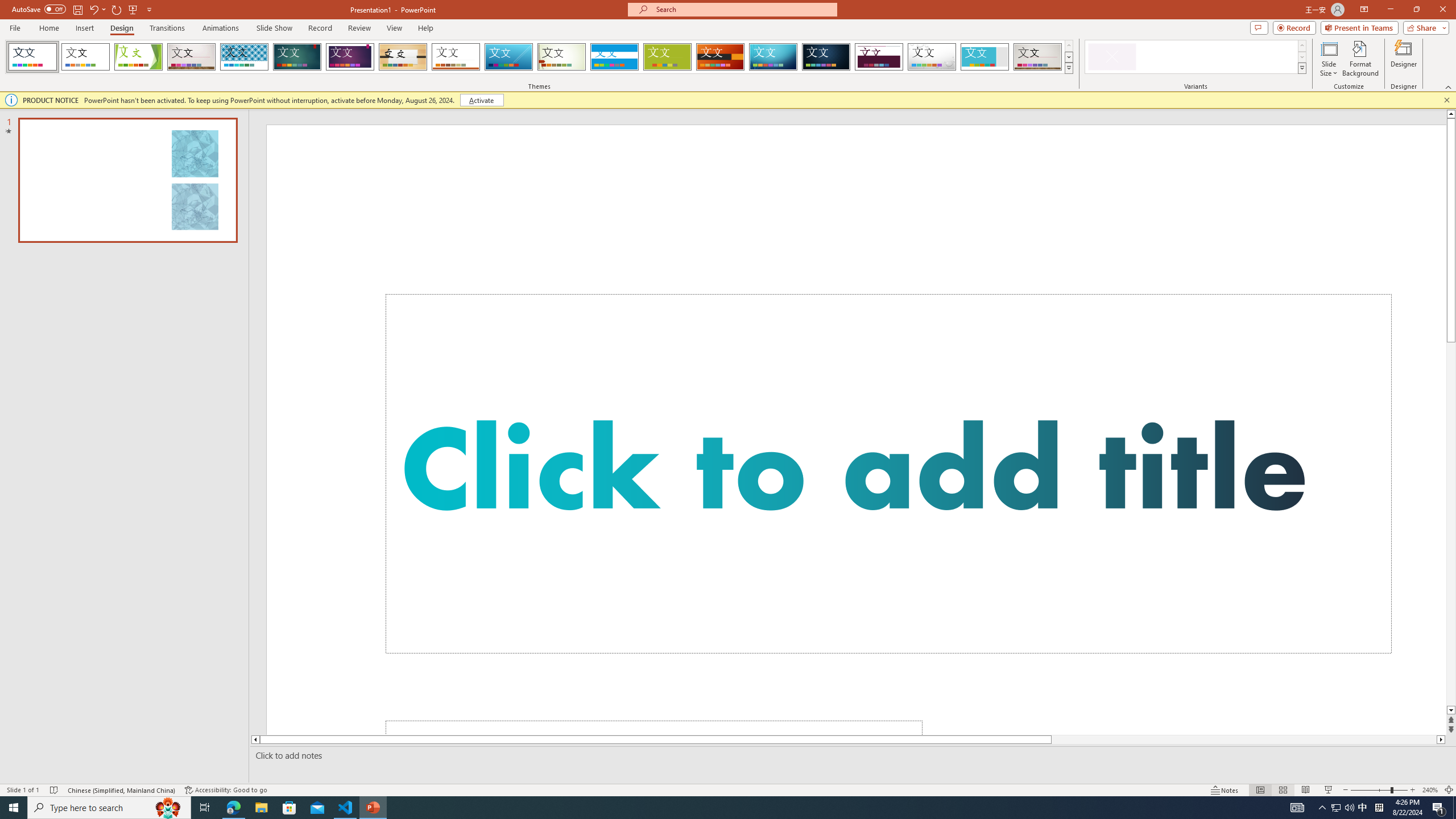  Describe the element at coordinates (1301, 56) in the screenshot. I see `'Row Down'` at that location.